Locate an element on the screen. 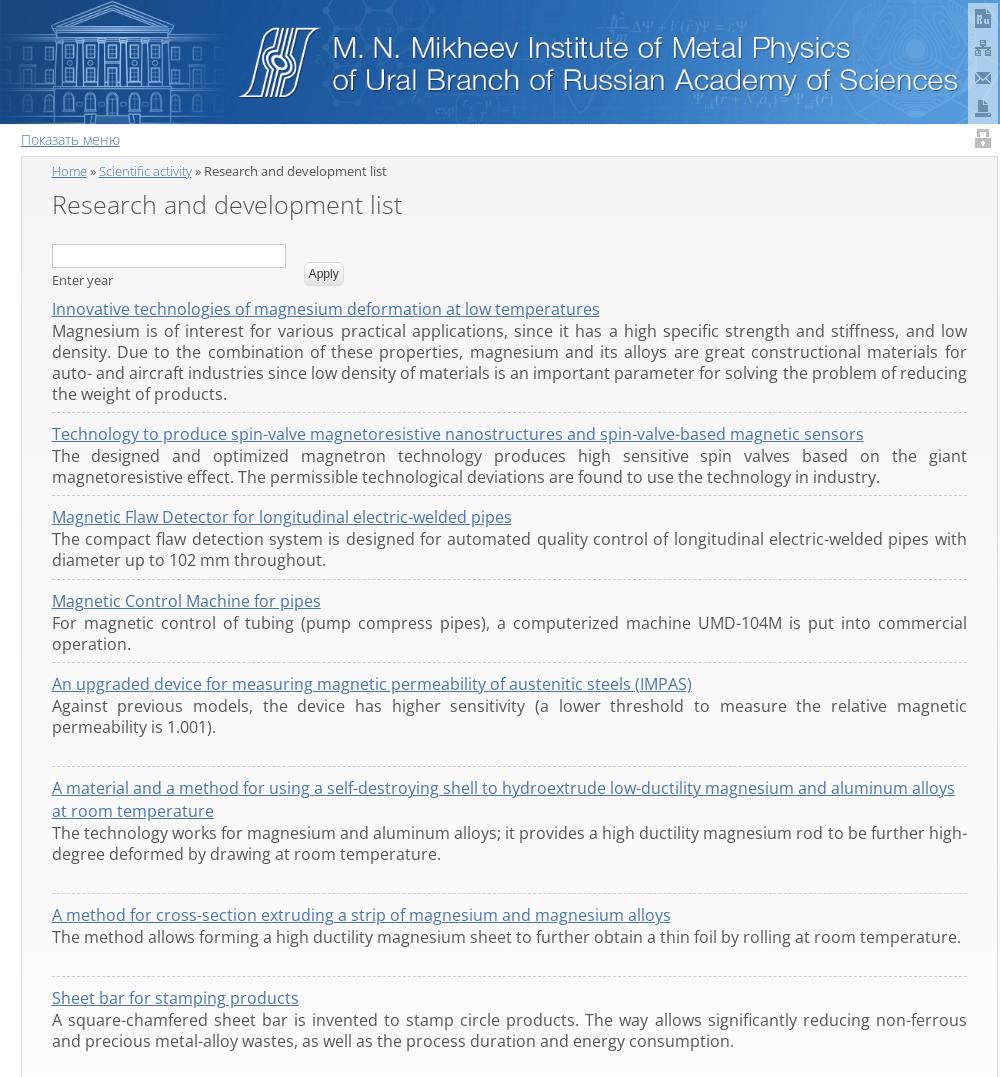 The image size is (1000, 1077). 'A material and a method for using a self-destroying shell to hydroextrude low-ductility magnesium and aluminum alloys at room temperature' is located at coordinates (502, 798).